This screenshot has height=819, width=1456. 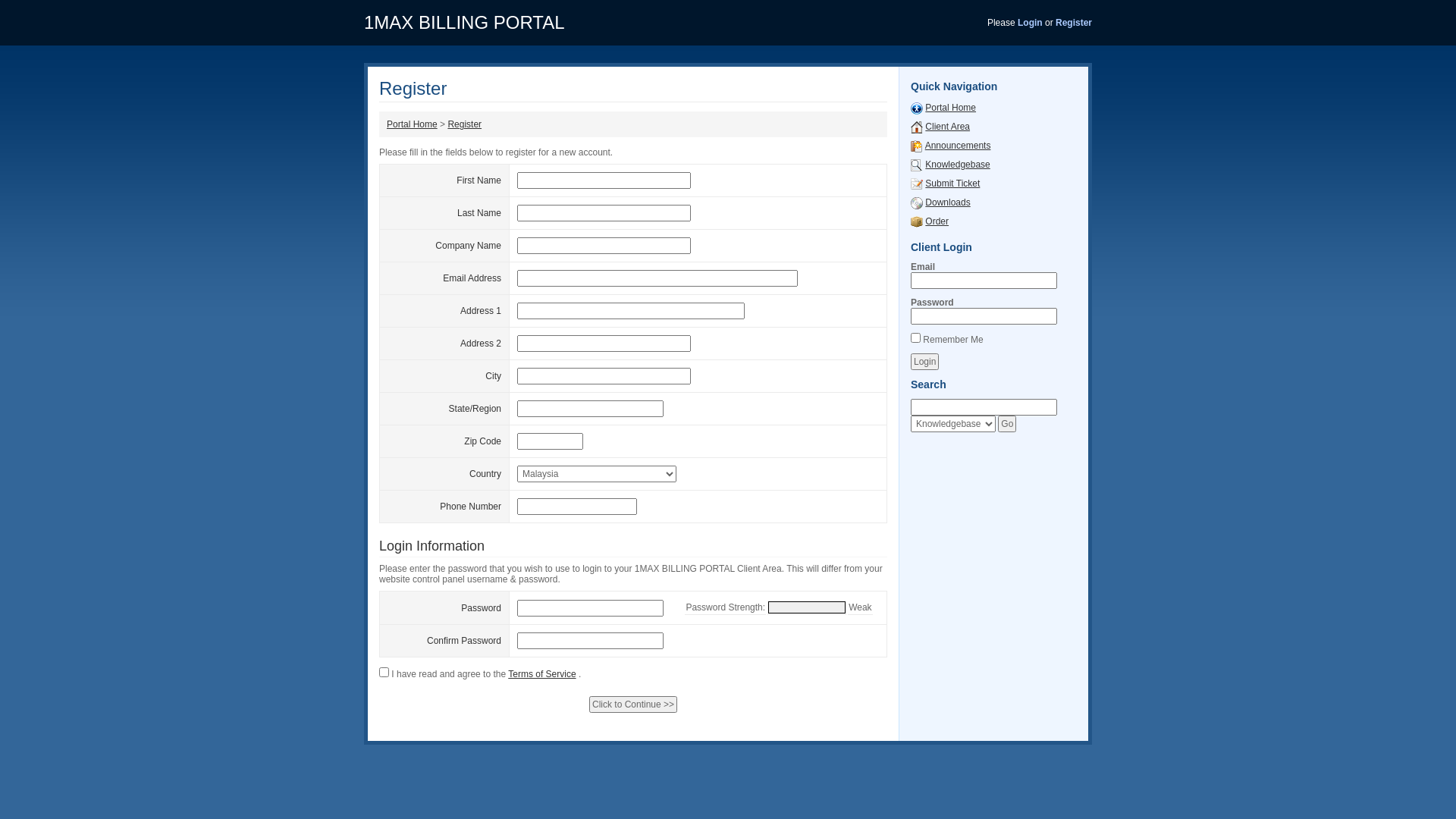 I want to click on 'Portal Home', so click(x=949, y=107).